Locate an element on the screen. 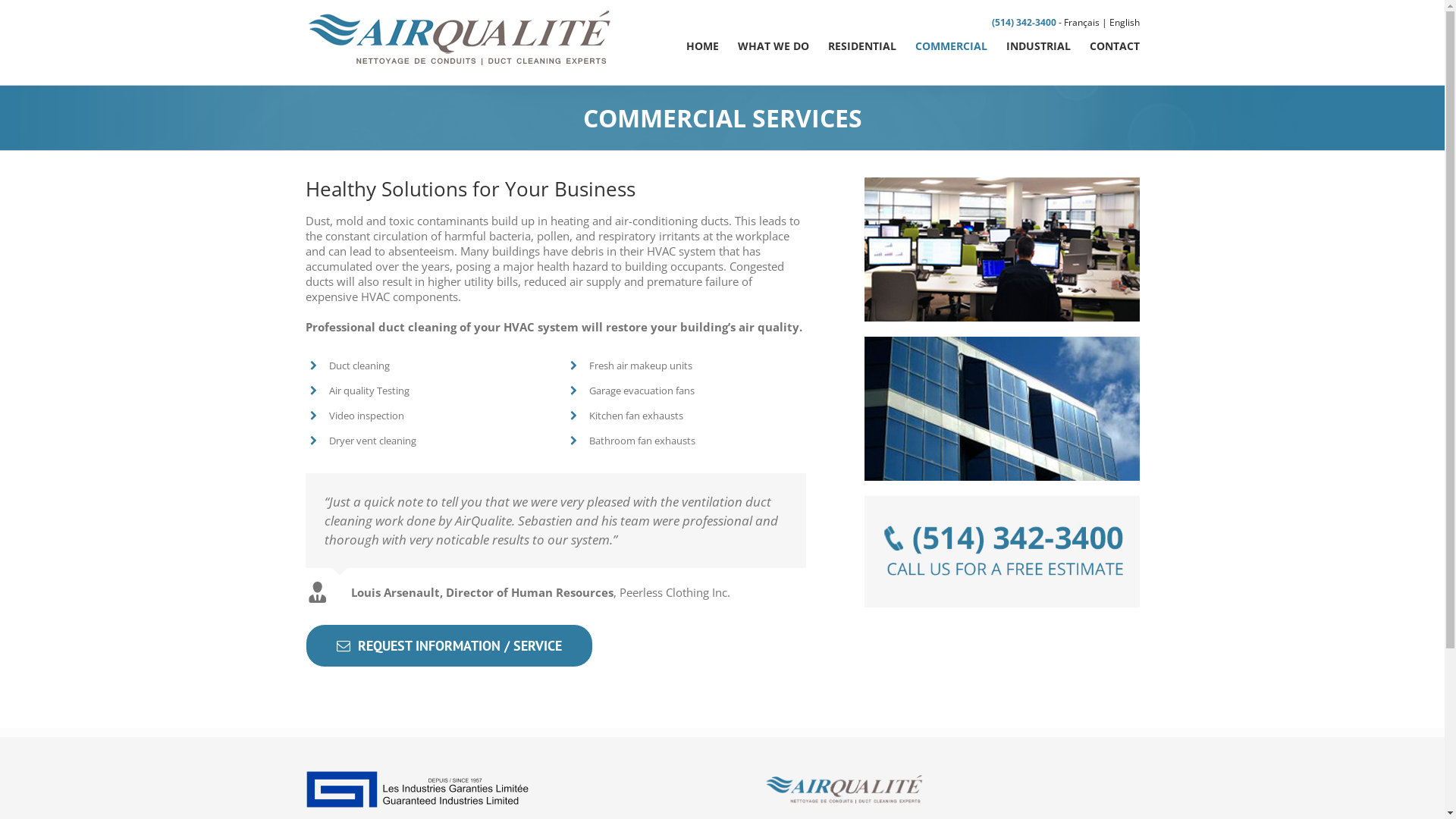  'RESIDENTIAL' is located at coordinates (862, 43).